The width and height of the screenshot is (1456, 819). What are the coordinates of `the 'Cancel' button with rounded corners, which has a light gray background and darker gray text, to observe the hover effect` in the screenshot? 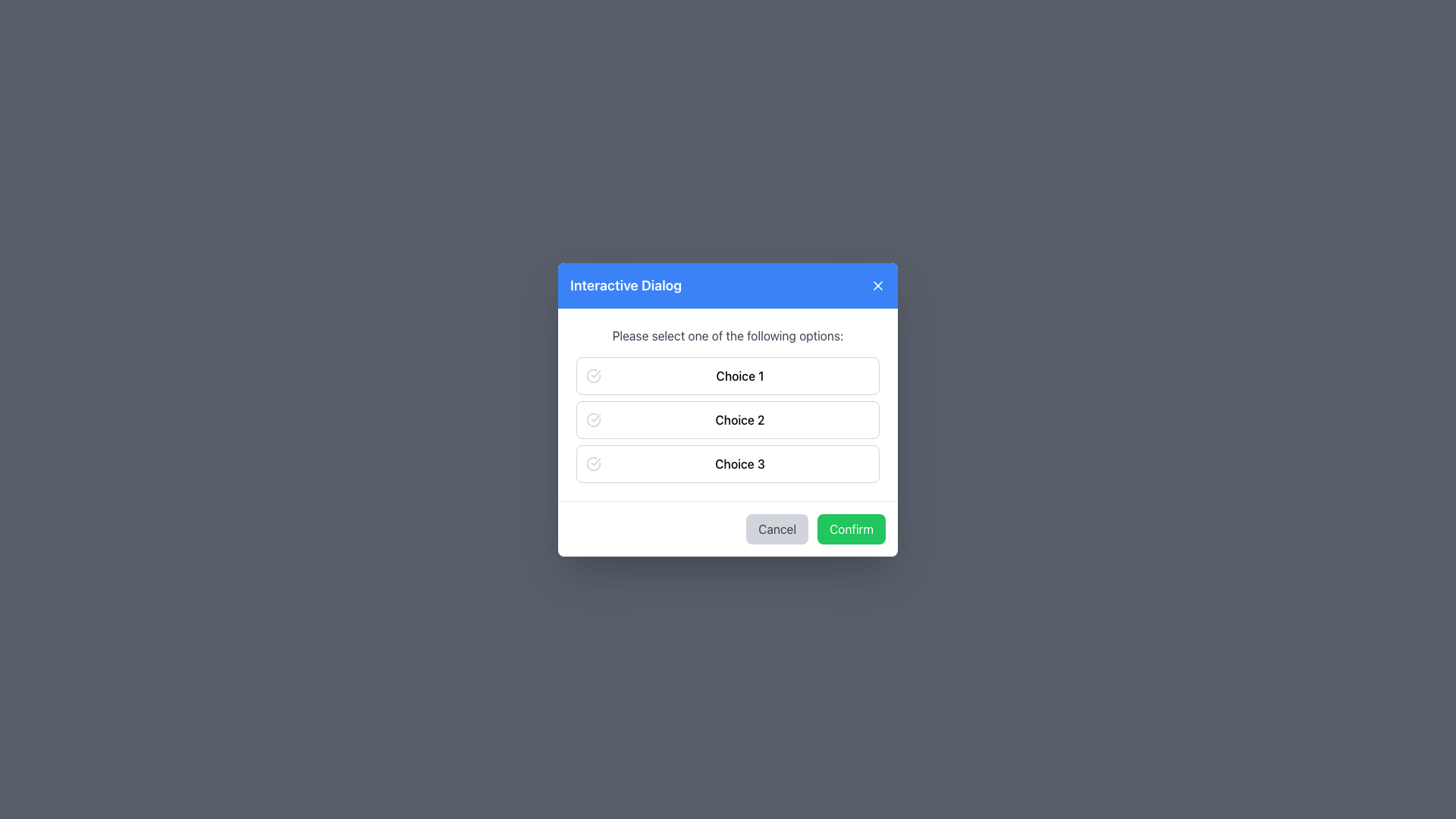 It's located at (777, 528).